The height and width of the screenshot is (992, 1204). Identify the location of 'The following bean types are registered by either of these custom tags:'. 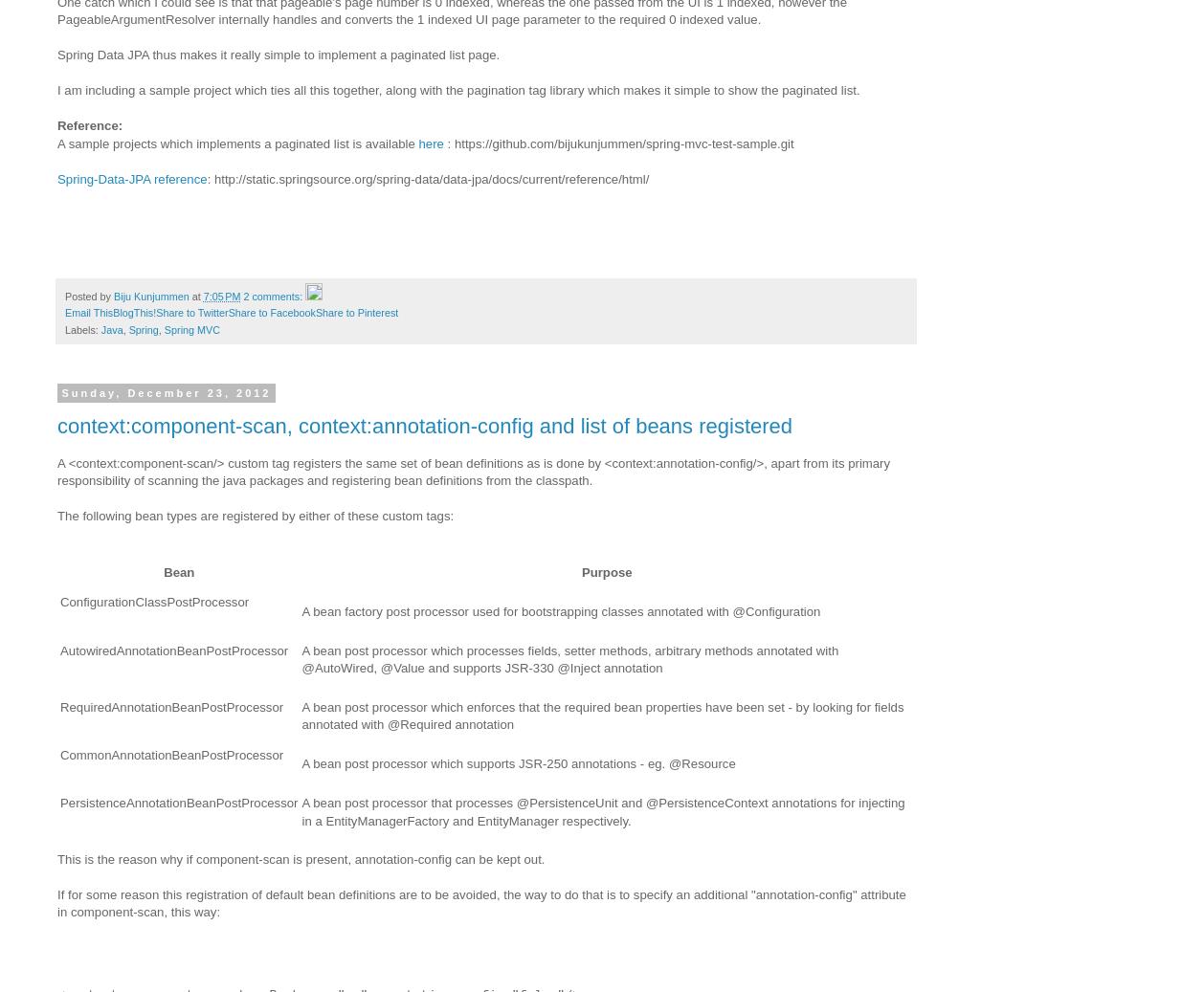
(255, 516).